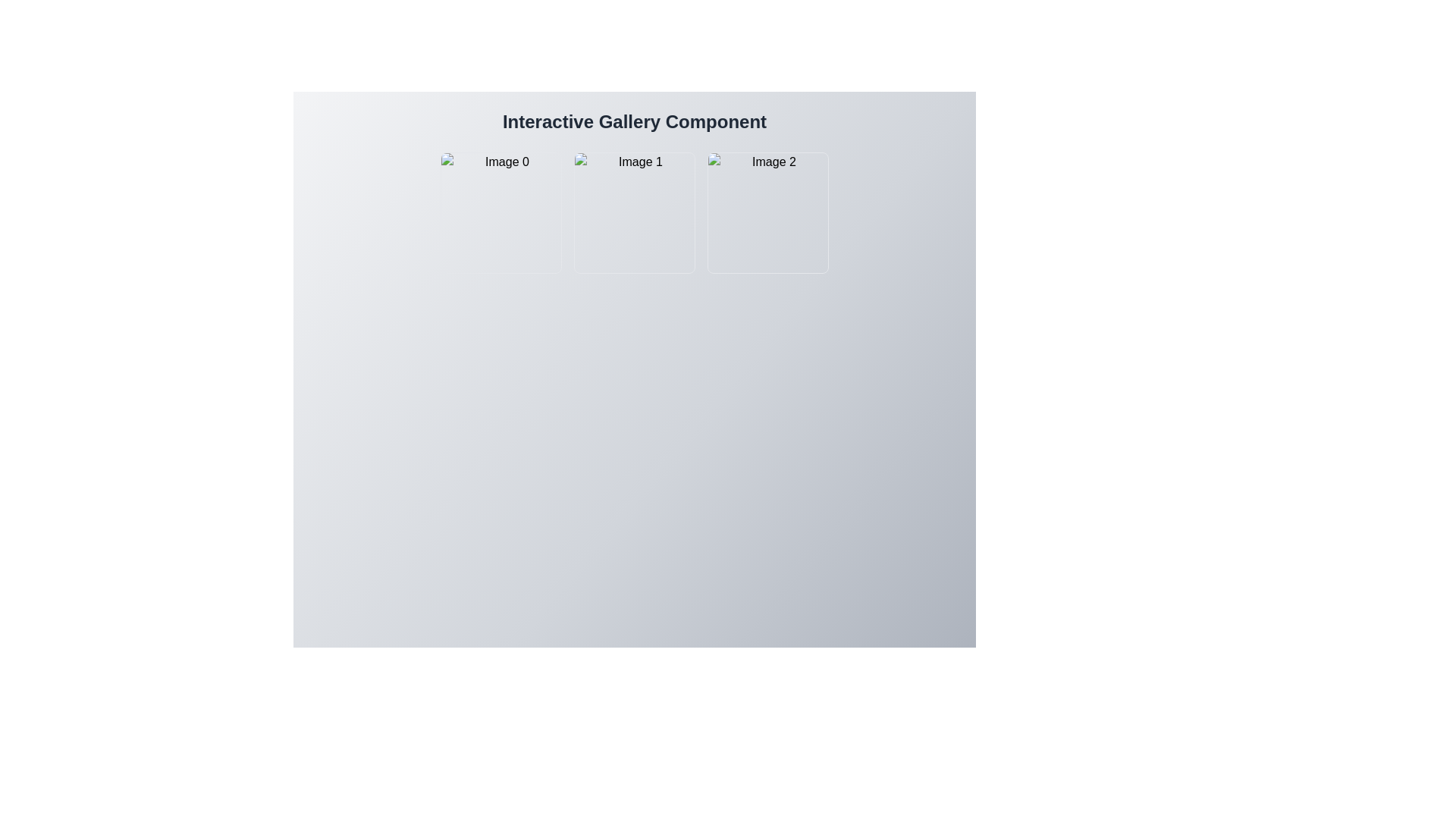  I want to click on the third image tile in the interactive gallery, which is part of a grid layout, so click(767, 213).